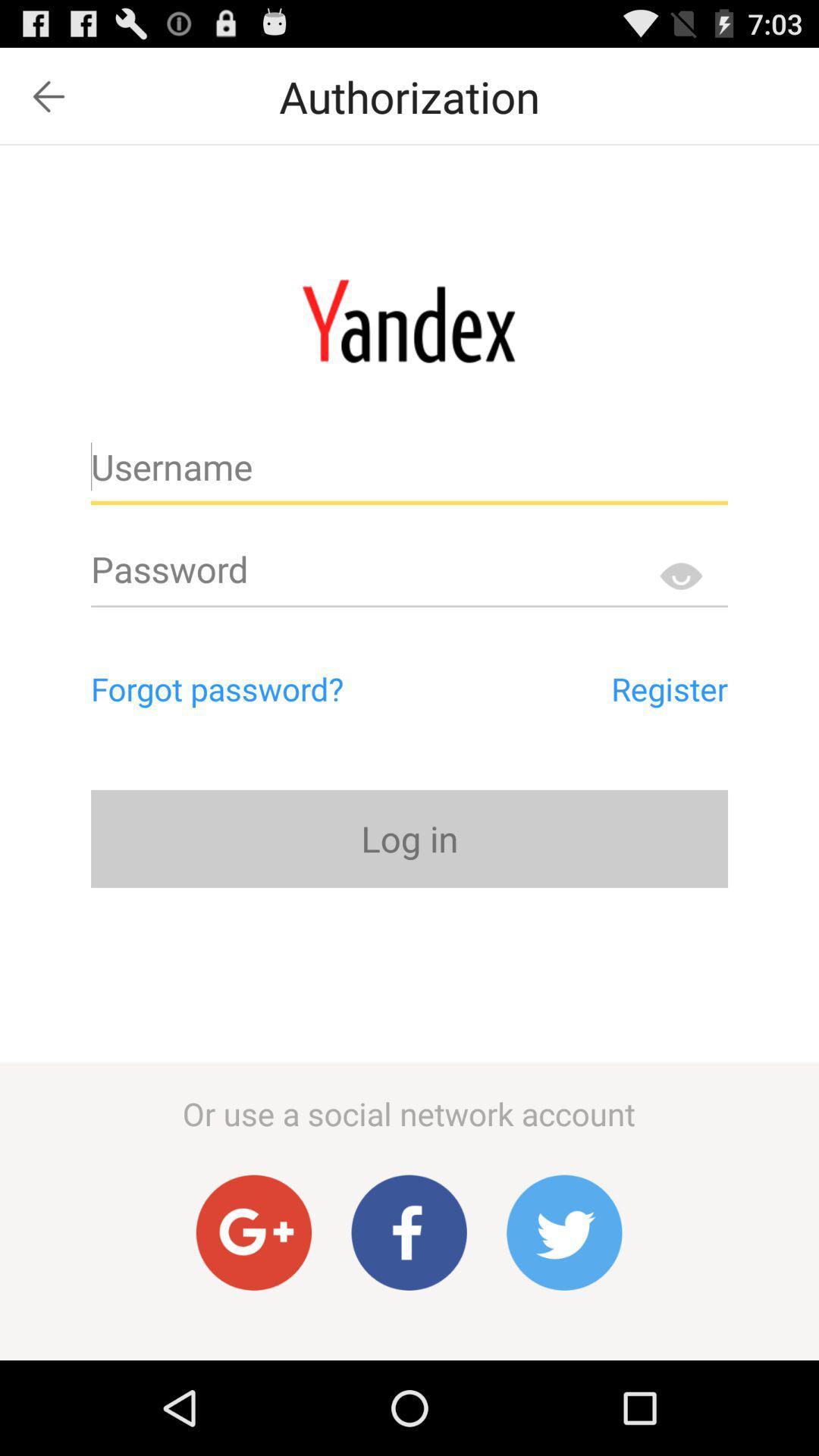 This screenshot has height=1456, width=819. Describe the element at coordinates (409, 575) in the screenshot. I see `write password` at that location.